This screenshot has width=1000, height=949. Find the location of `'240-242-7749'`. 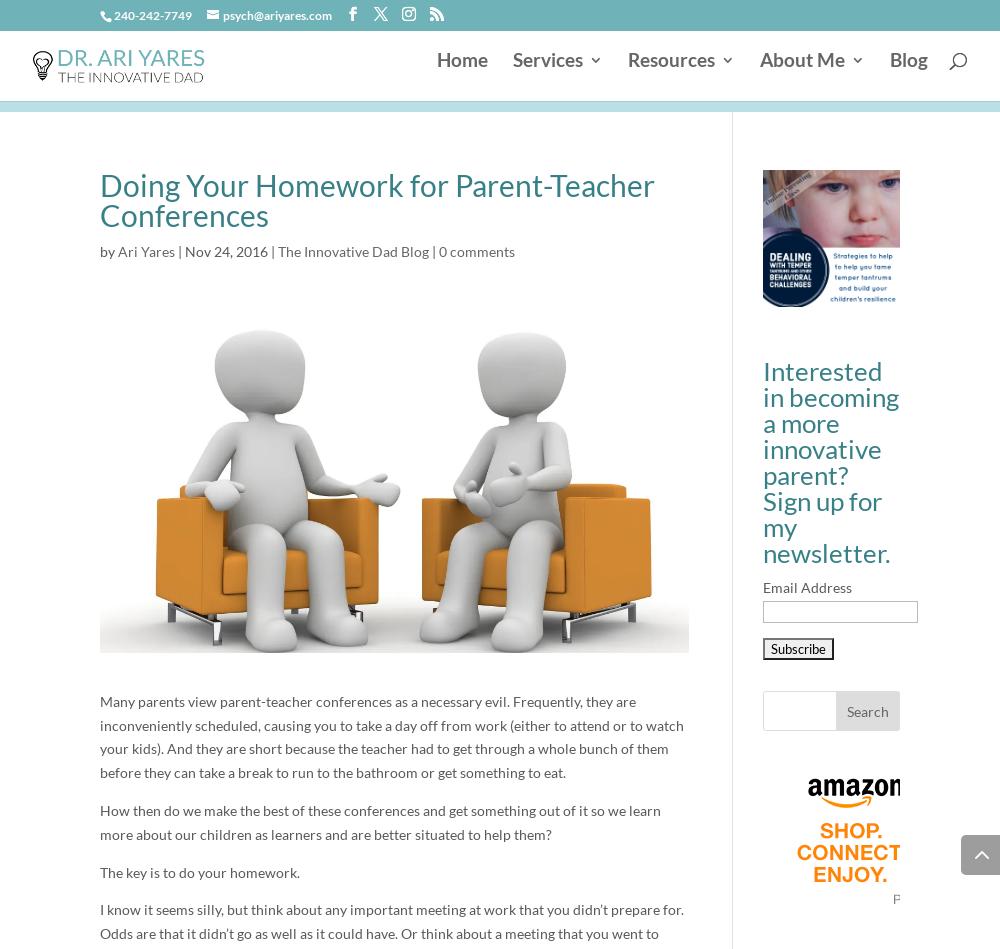

'240-242-7749' is located at coordinates (153, 15).